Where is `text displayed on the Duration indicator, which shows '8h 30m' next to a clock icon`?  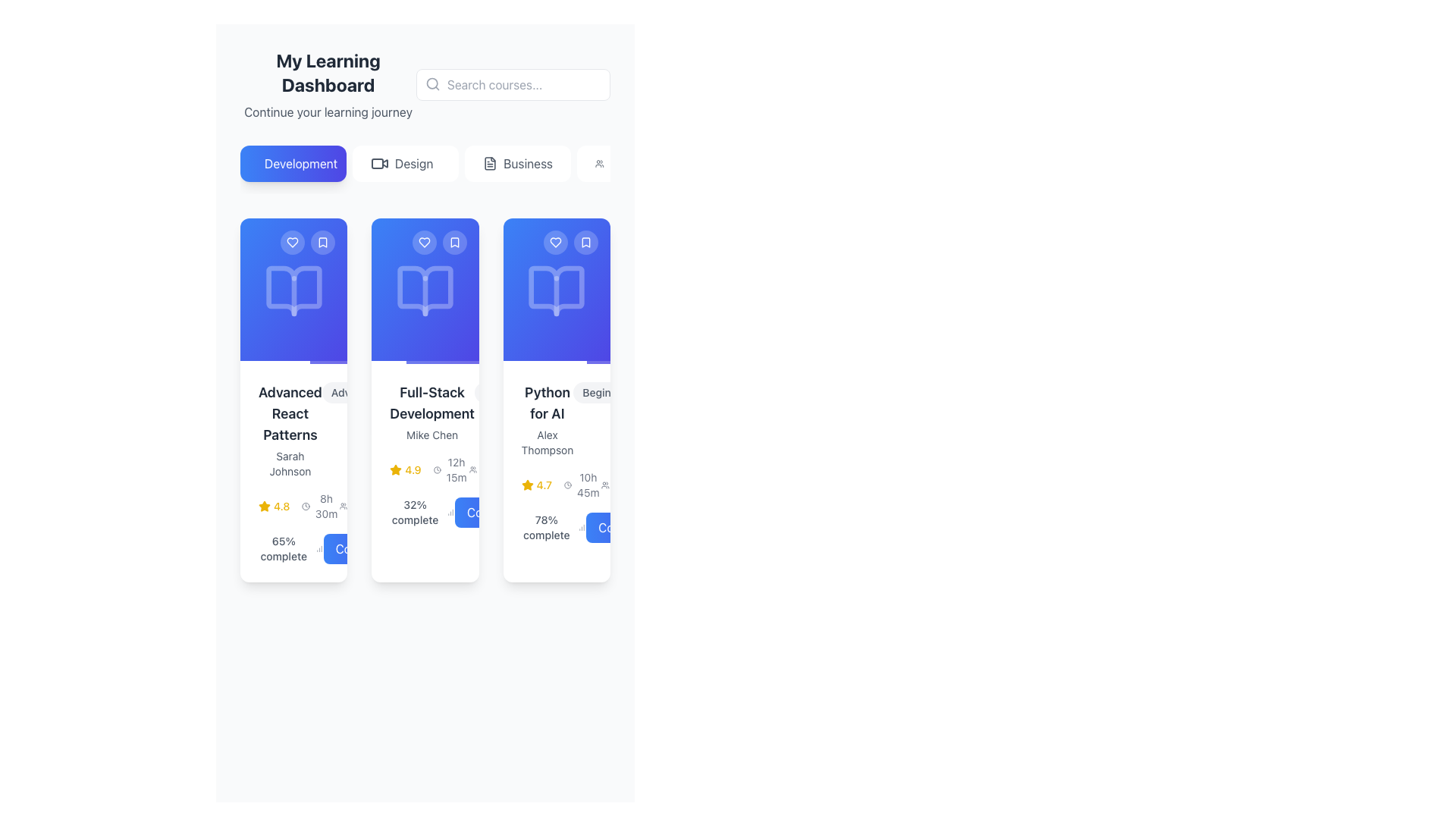
text displayed on the Duration indicator, which shows '8h 30m' next to a clock icon is located at coordinates (320, 506).